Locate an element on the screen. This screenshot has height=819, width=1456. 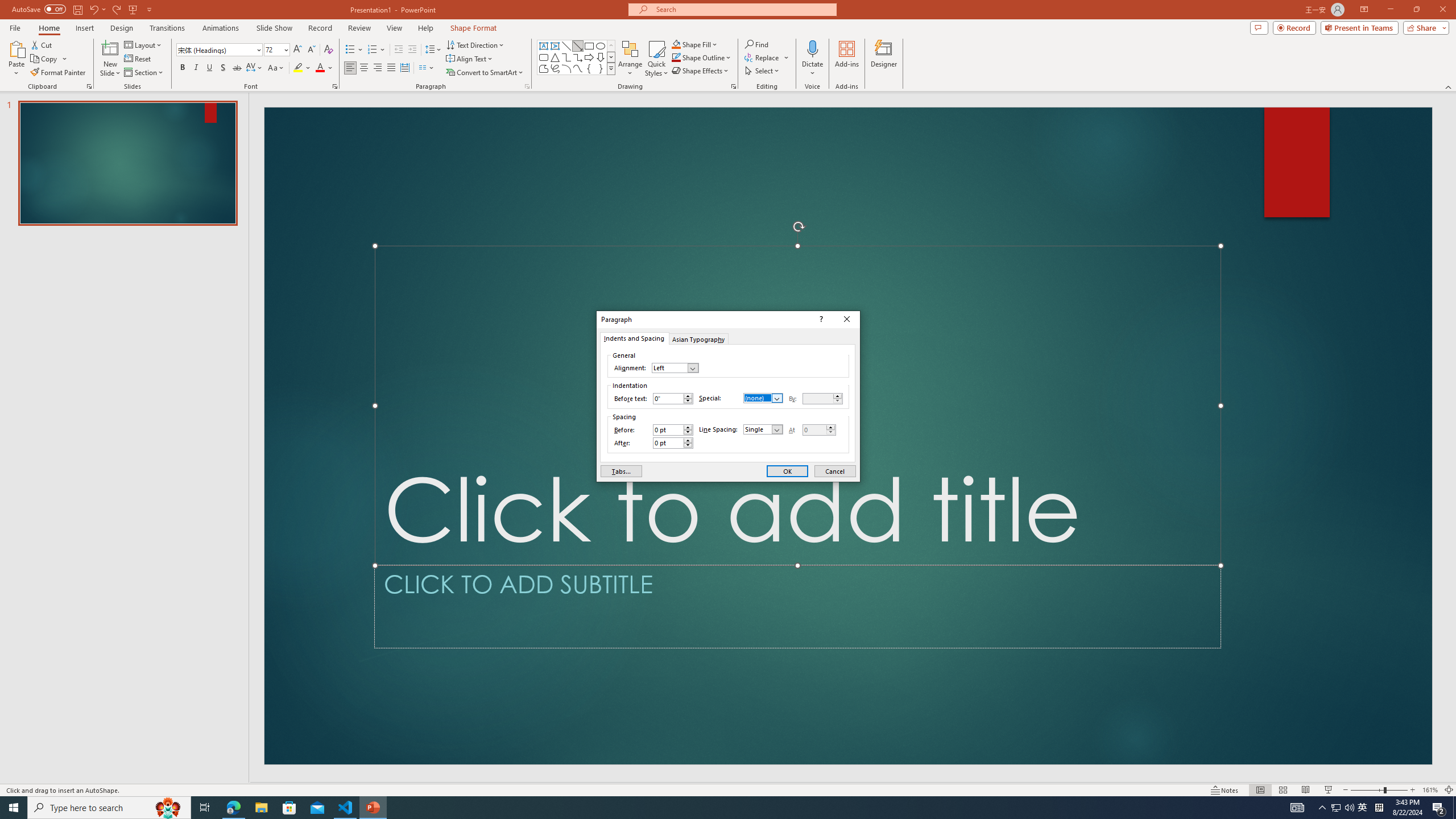
'More' is located at coordinates (830, 427).